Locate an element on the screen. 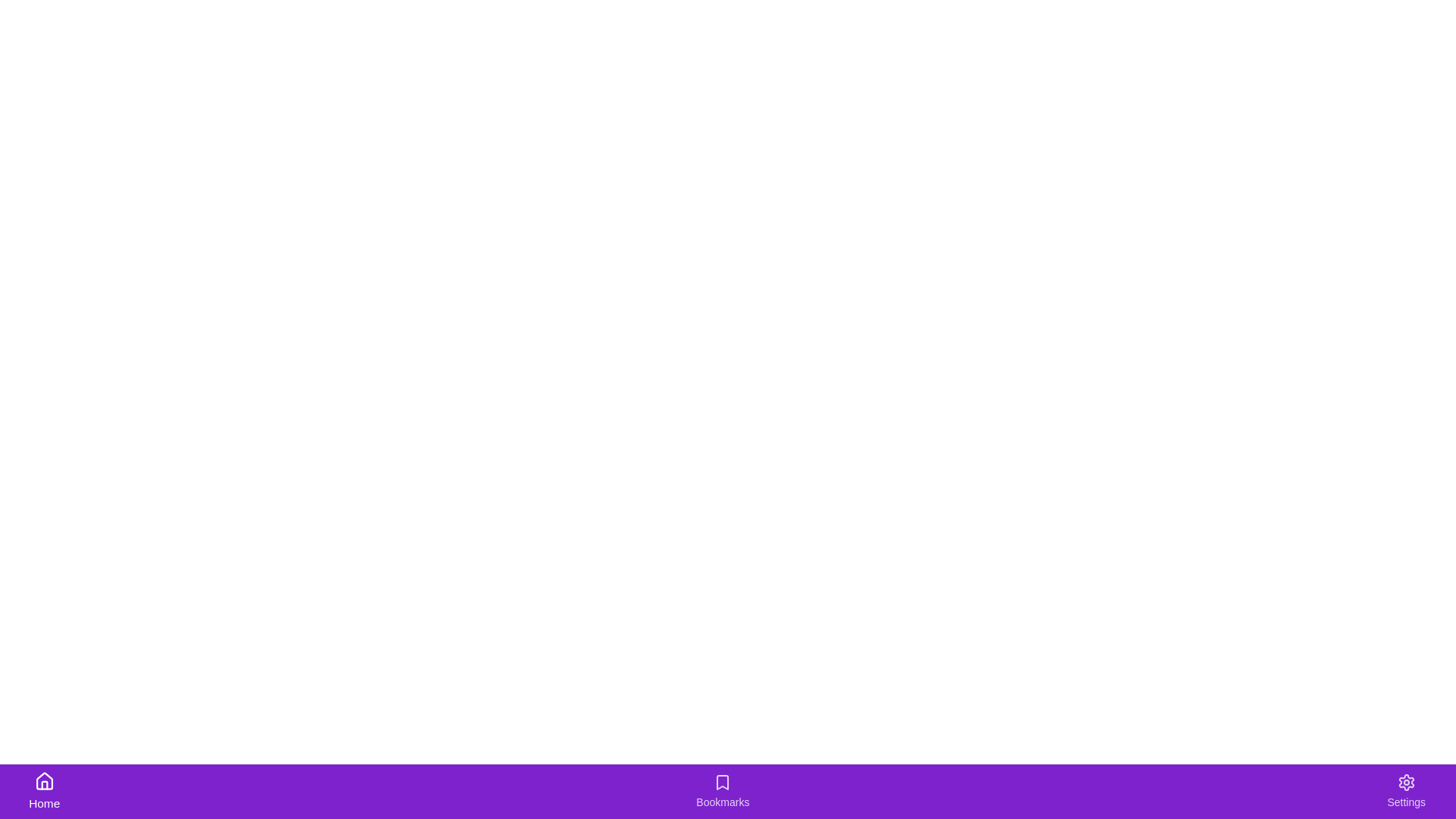  the Home tab by clicking on its icon or label is located at coordinates (43, 791).